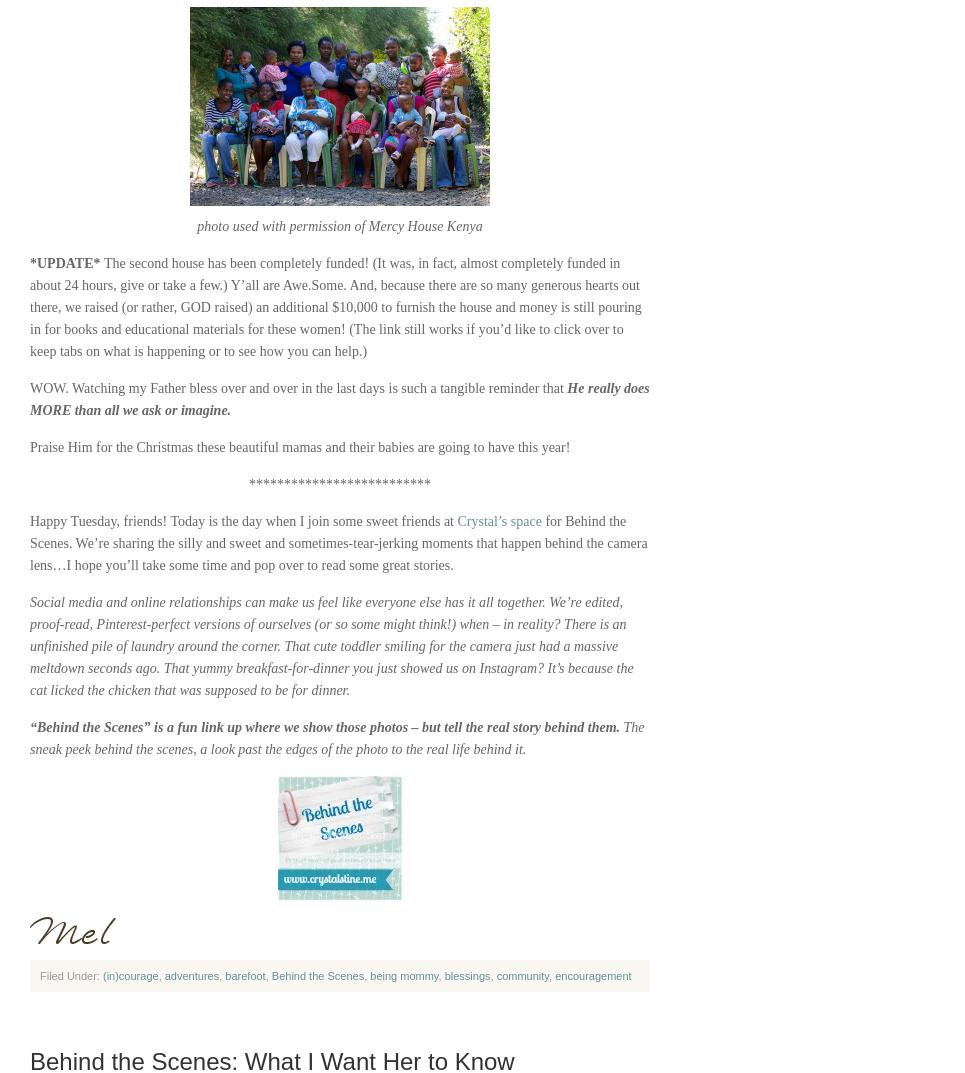  I want to click on '**************************', so click(339, 483).